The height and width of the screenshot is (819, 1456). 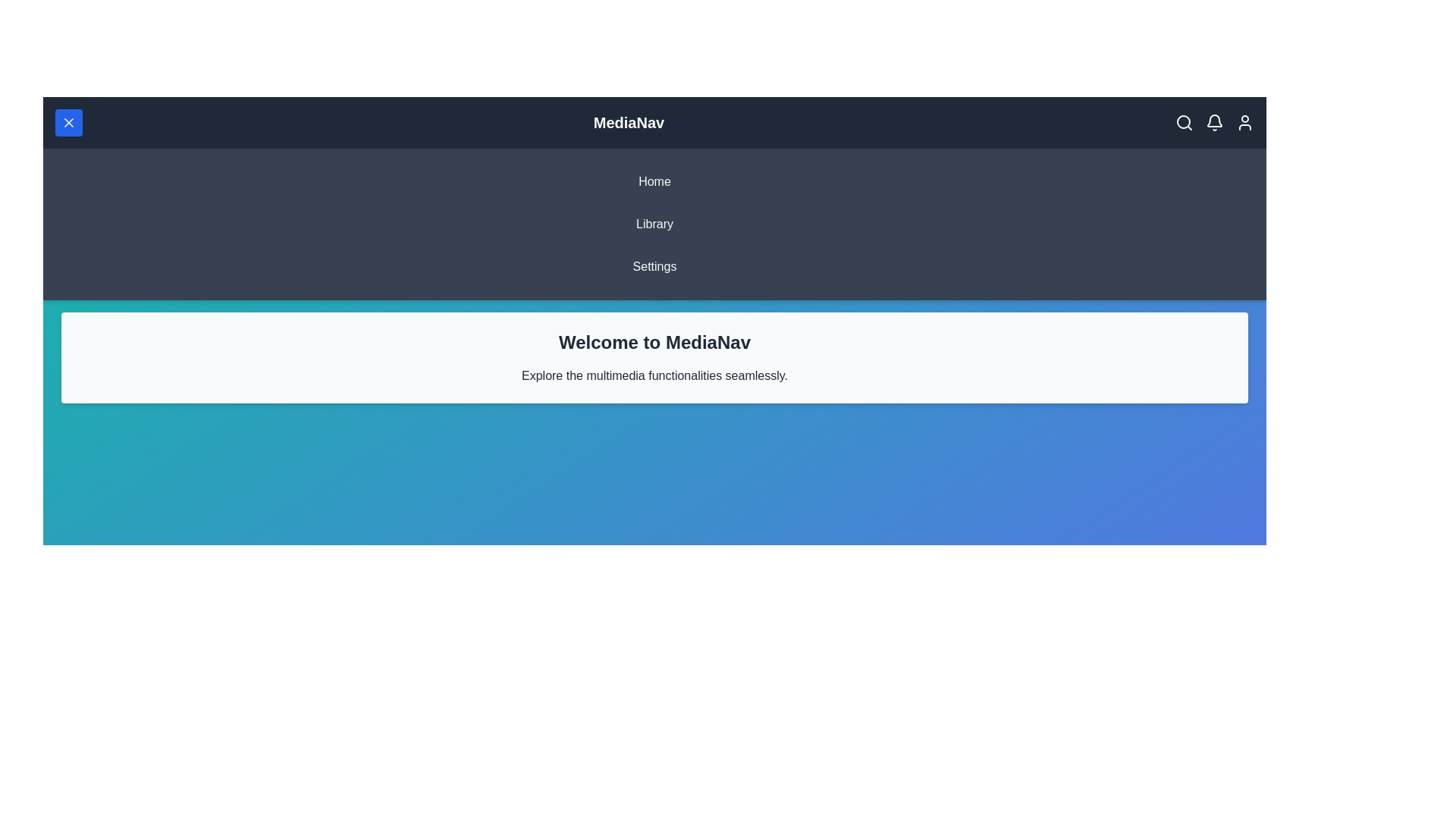 What do you see at coordinates (1183, 122) in the screenshot?
I see `the 'Search' icon in the app bar` at bounding box center [1183, 122].